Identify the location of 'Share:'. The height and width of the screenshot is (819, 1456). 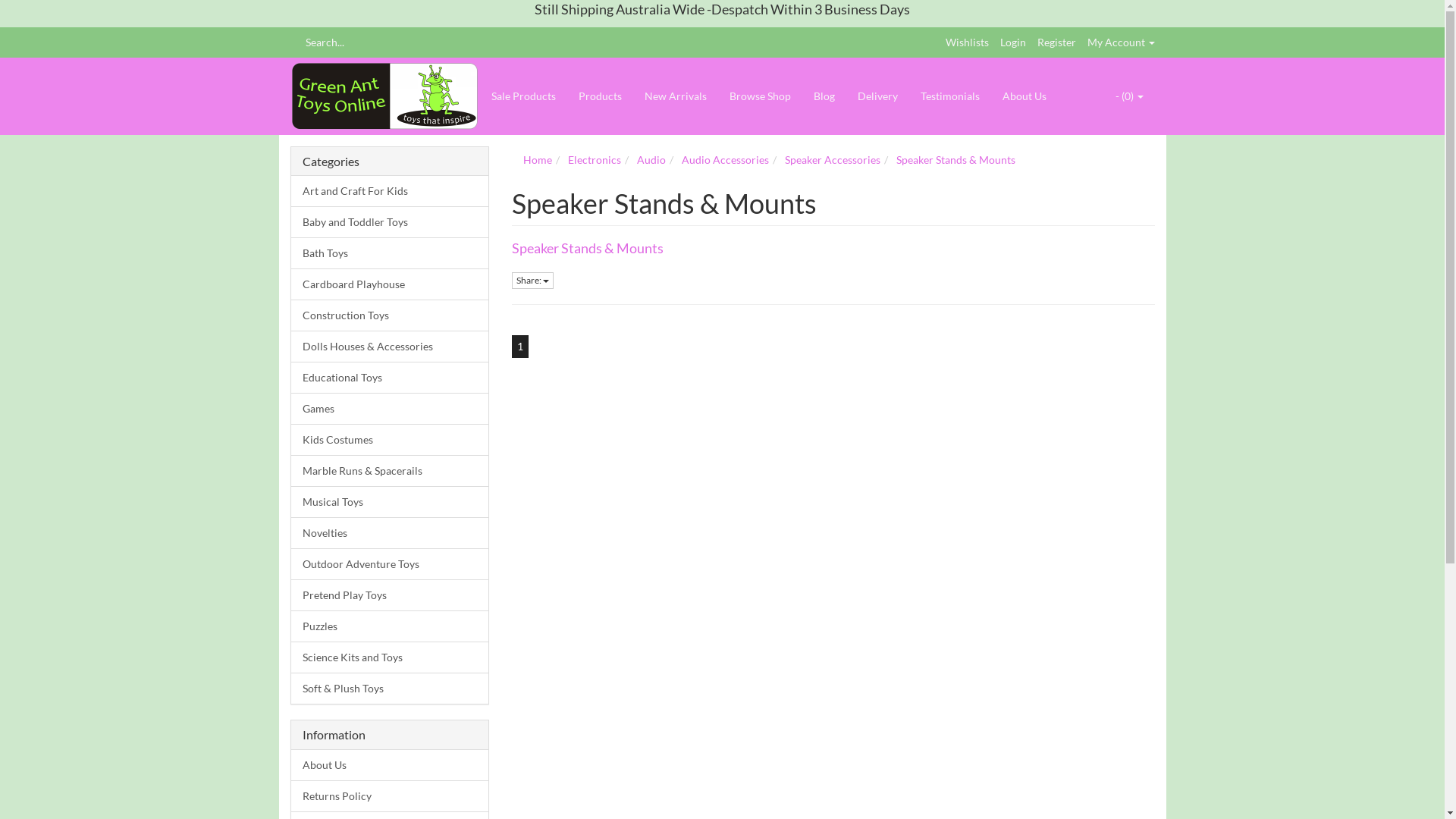
(532, 281).